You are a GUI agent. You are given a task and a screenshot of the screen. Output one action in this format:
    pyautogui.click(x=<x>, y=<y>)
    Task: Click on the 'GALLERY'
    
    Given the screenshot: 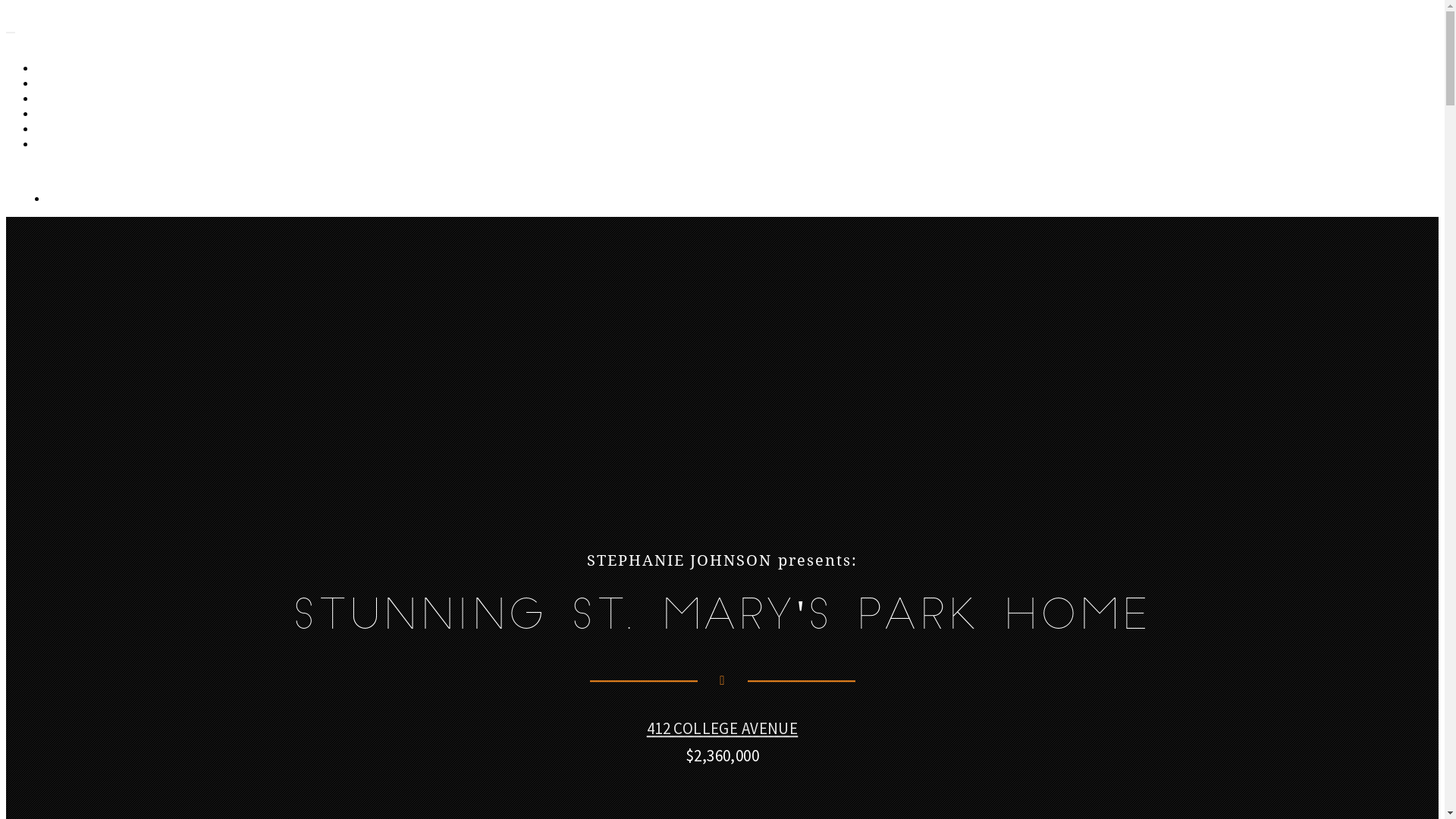 What is the action you would take?
    pyautogui.click(x=66, y=68)
    